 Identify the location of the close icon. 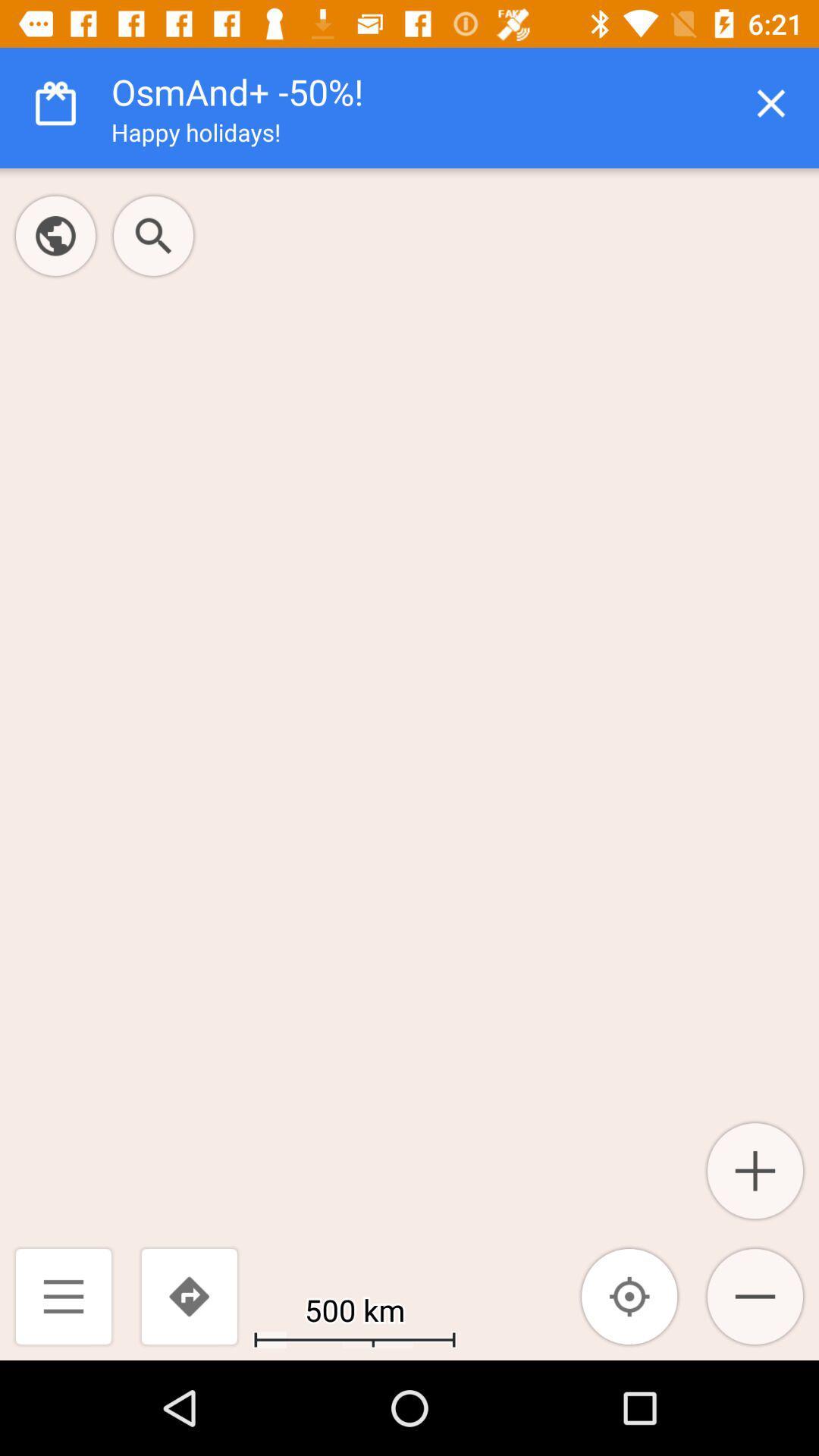
(771, 102).